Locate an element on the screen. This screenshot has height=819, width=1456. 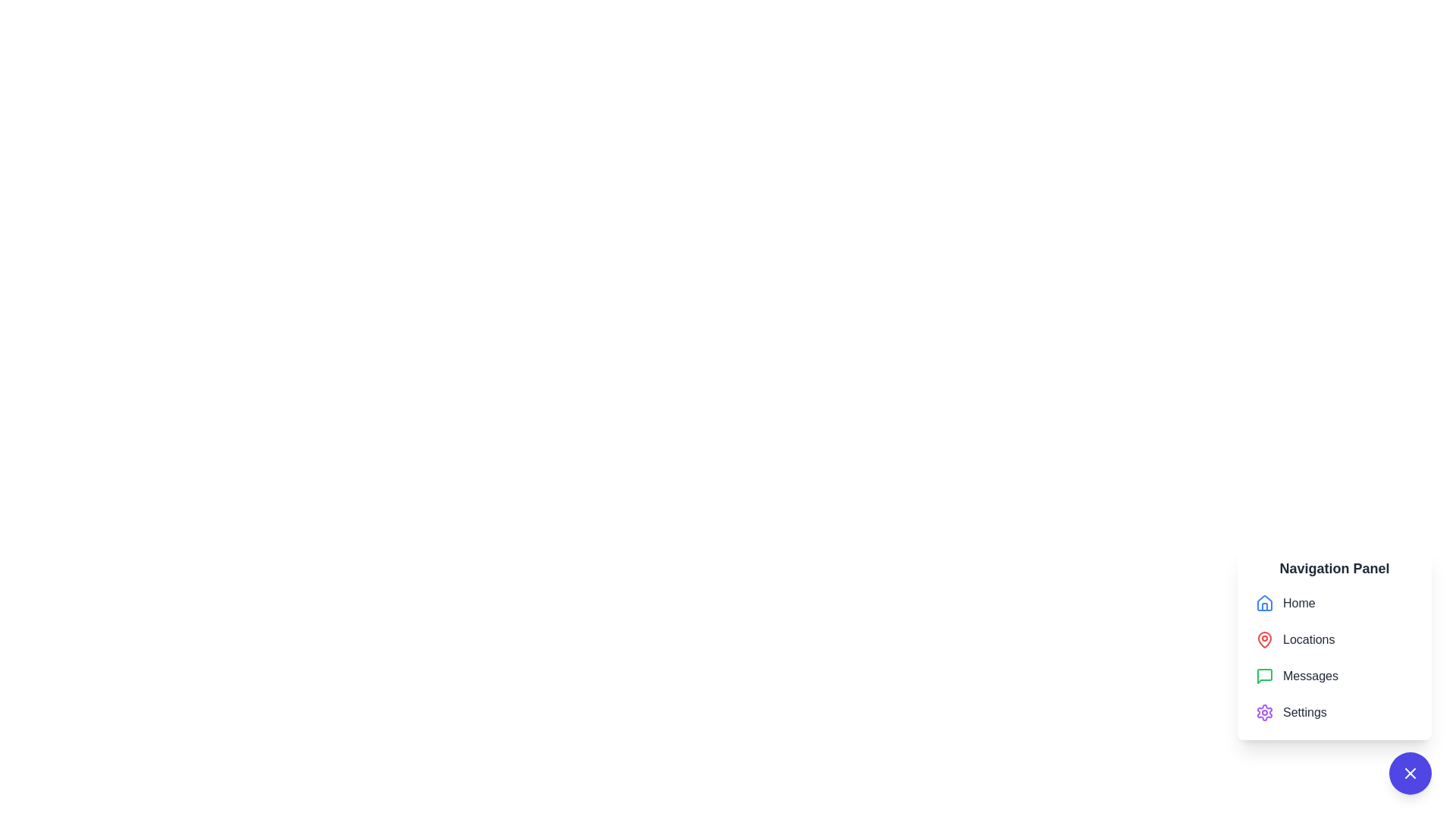
the 'Messages' menu item, identifiable by its green speech bubble icon, which is the third item in the vertical list of navigation options on the white card at the bottom-right corner of the interface is located at coordinates (1335, 669).